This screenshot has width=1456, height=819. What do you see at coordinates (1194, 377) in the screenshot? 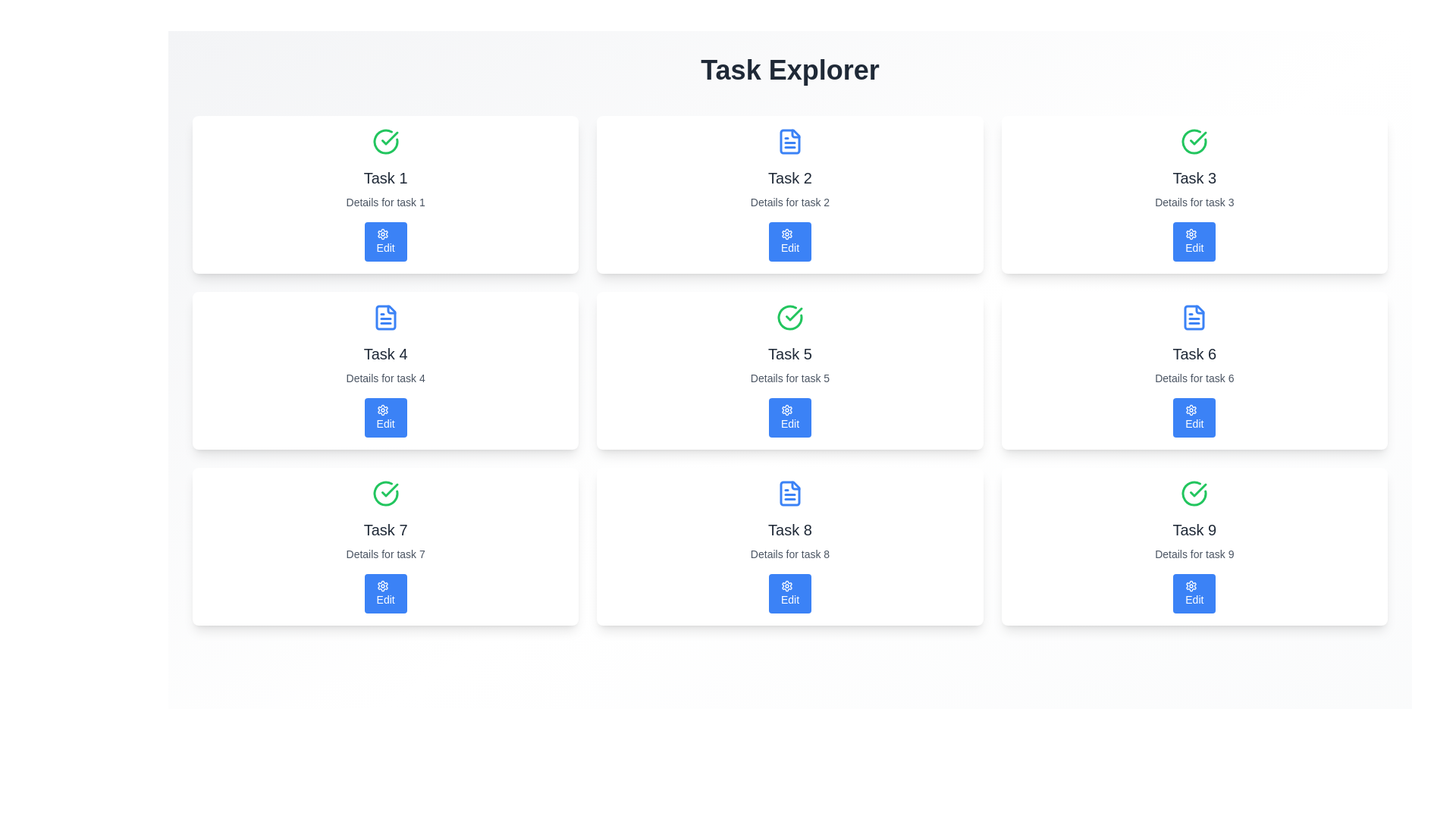
I see `the descriptive text label for 'Task 6', which is centrally located between the title 'Task 6' above it and the 'Edit' button below it` at bounding box center [1194, 377].